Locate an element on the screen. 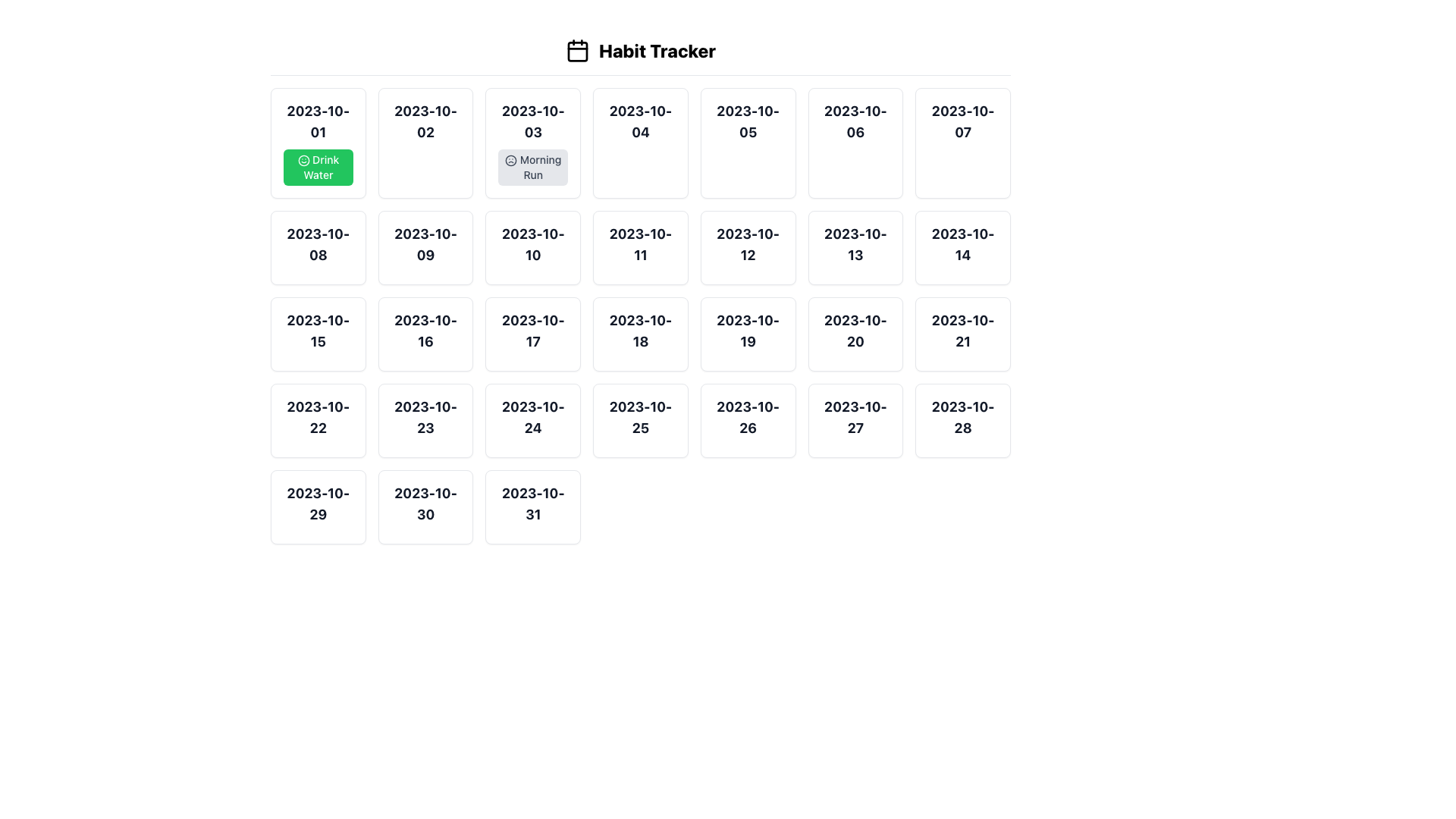  the text label displaying the specific date in the sixth row and fifth column of the calendar interface is located at coordinates (640, 418).